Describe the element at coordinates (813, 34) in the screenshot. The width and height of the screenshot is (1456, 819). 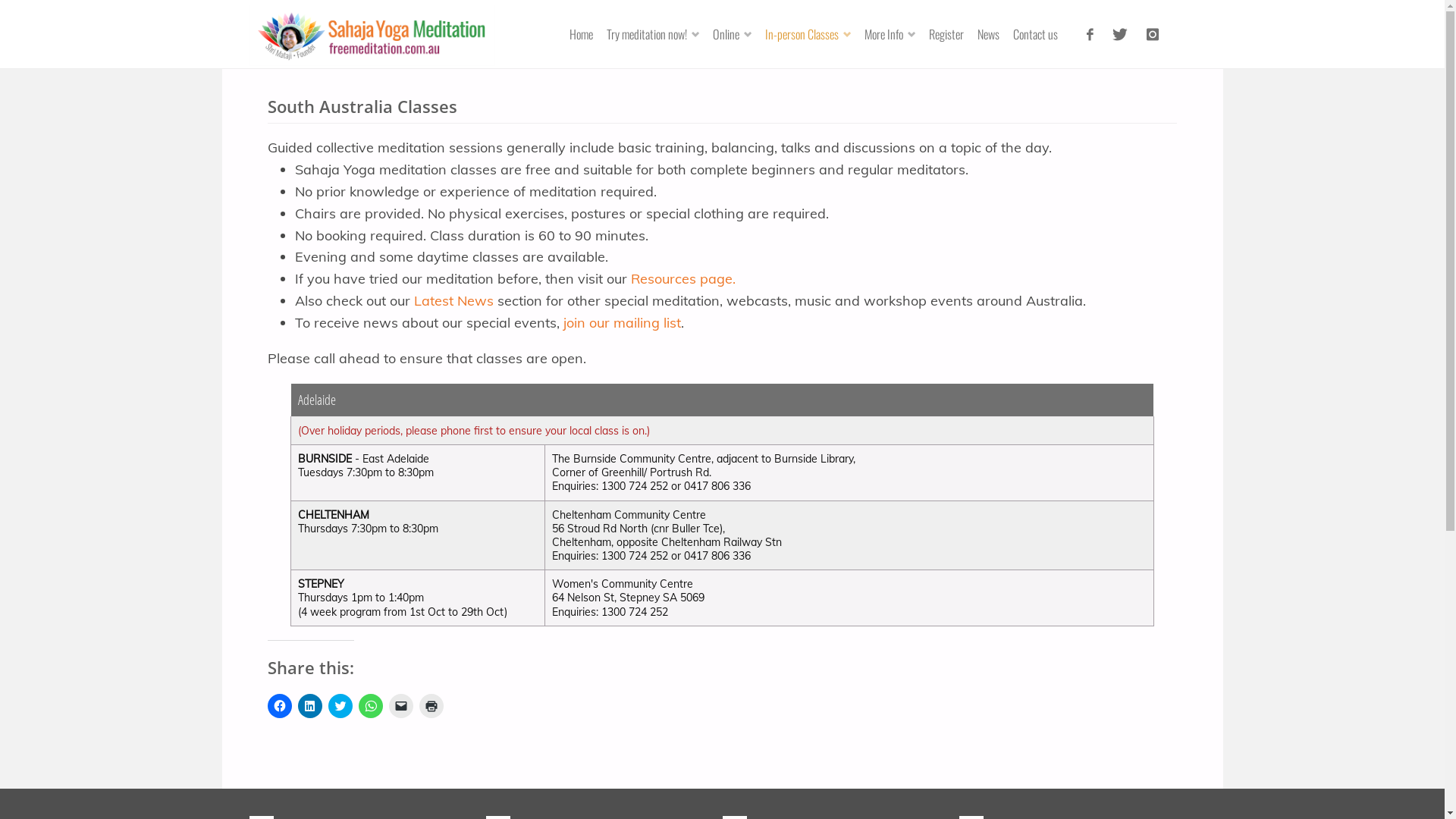
I see `'In-person Classes'` at that location.